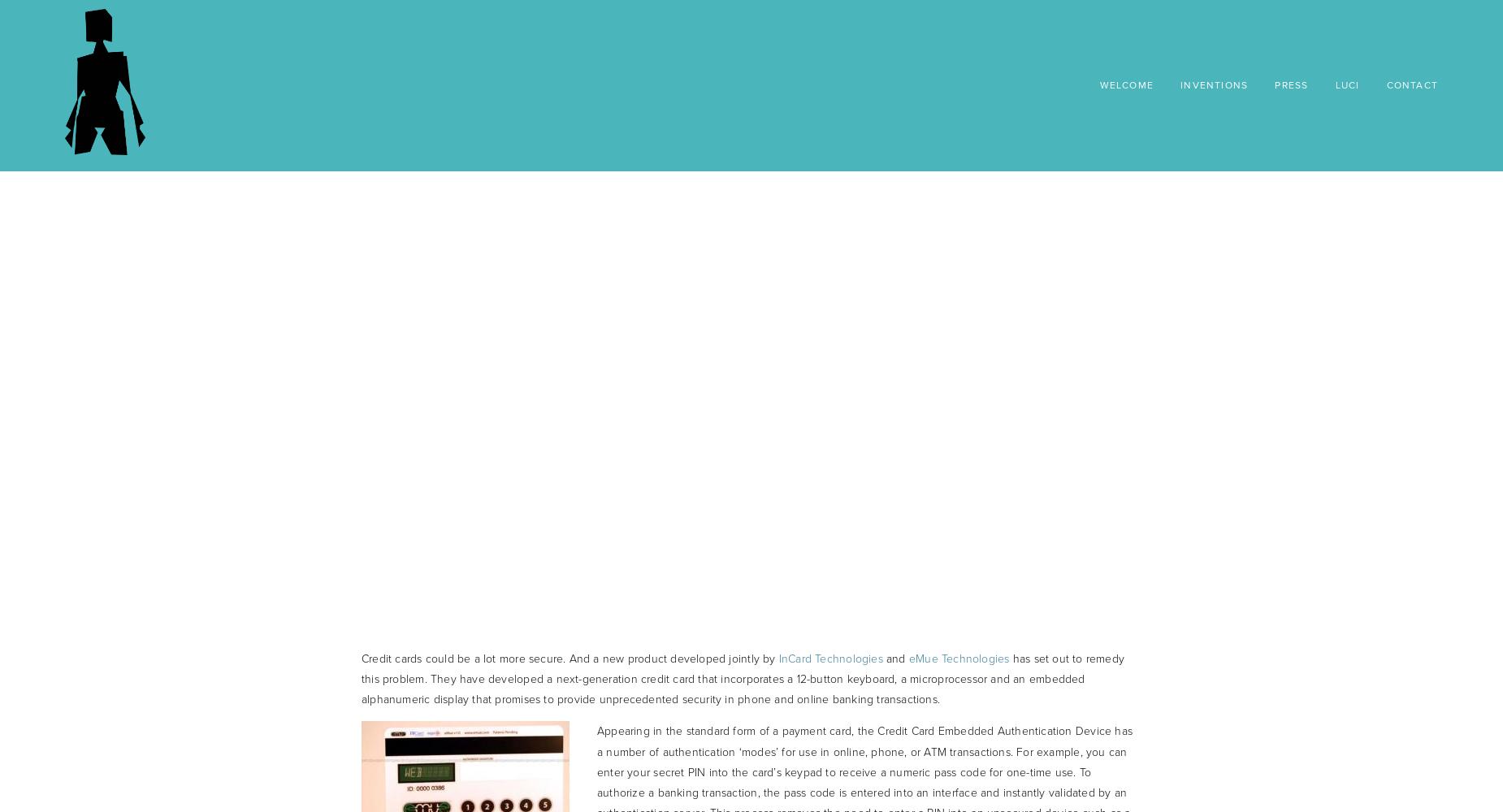 The height and width of the screenshot is (812, 1503). I want to click on 'LUCI', so click(1334, 84).